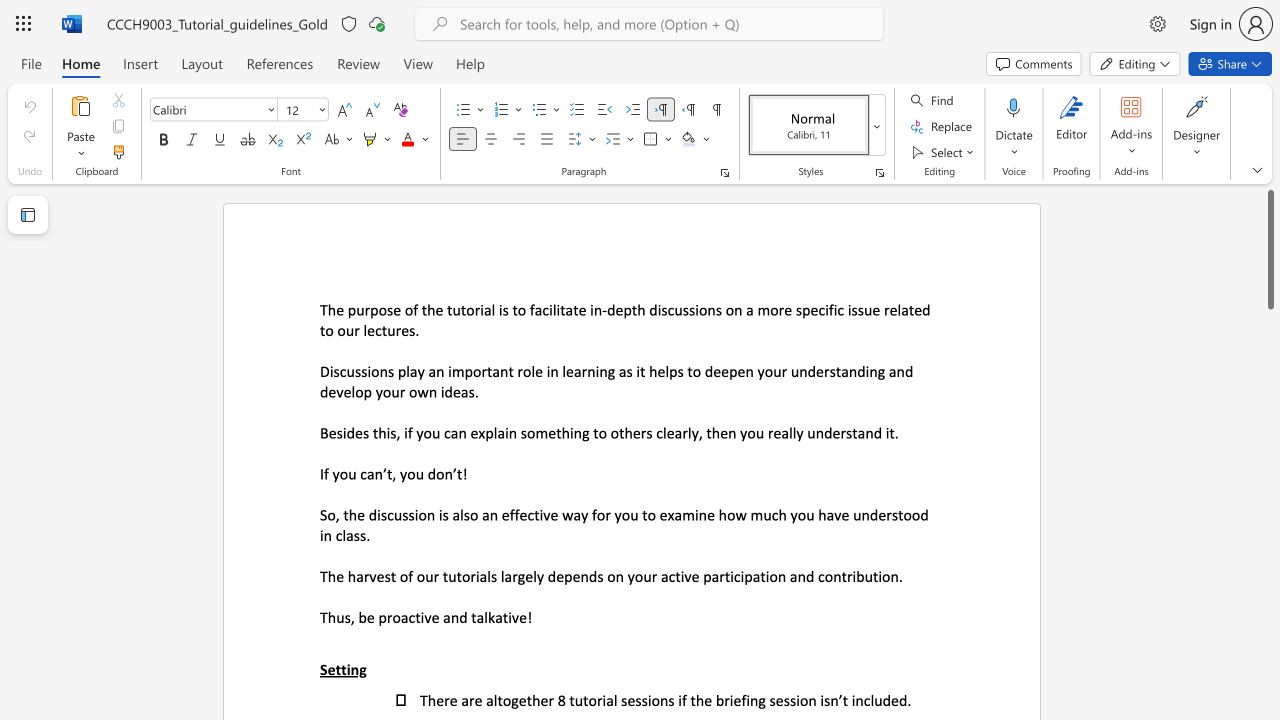 The image size is (1280, 720). Describe the element at coordinates (1269, 380) in the screenshot. I see `the scrollbar to adjust the page downward` at that location.